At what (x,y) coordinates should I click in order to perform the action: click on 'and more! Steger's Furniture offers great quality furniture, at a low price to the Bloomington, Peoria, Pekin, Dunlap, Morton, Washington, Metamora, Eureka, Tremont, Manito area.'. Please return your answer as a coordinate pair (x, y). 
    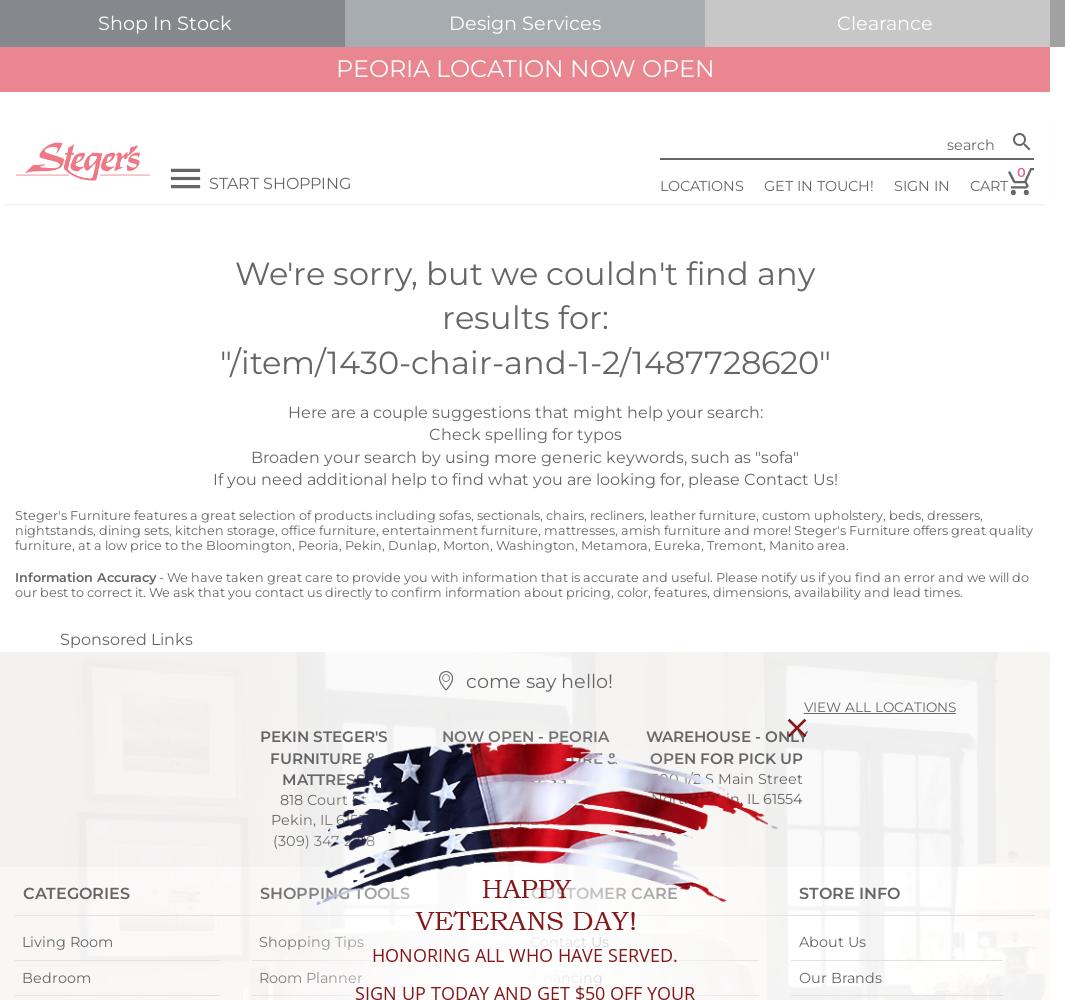
    Looking at the image, I should click on (522, 537).